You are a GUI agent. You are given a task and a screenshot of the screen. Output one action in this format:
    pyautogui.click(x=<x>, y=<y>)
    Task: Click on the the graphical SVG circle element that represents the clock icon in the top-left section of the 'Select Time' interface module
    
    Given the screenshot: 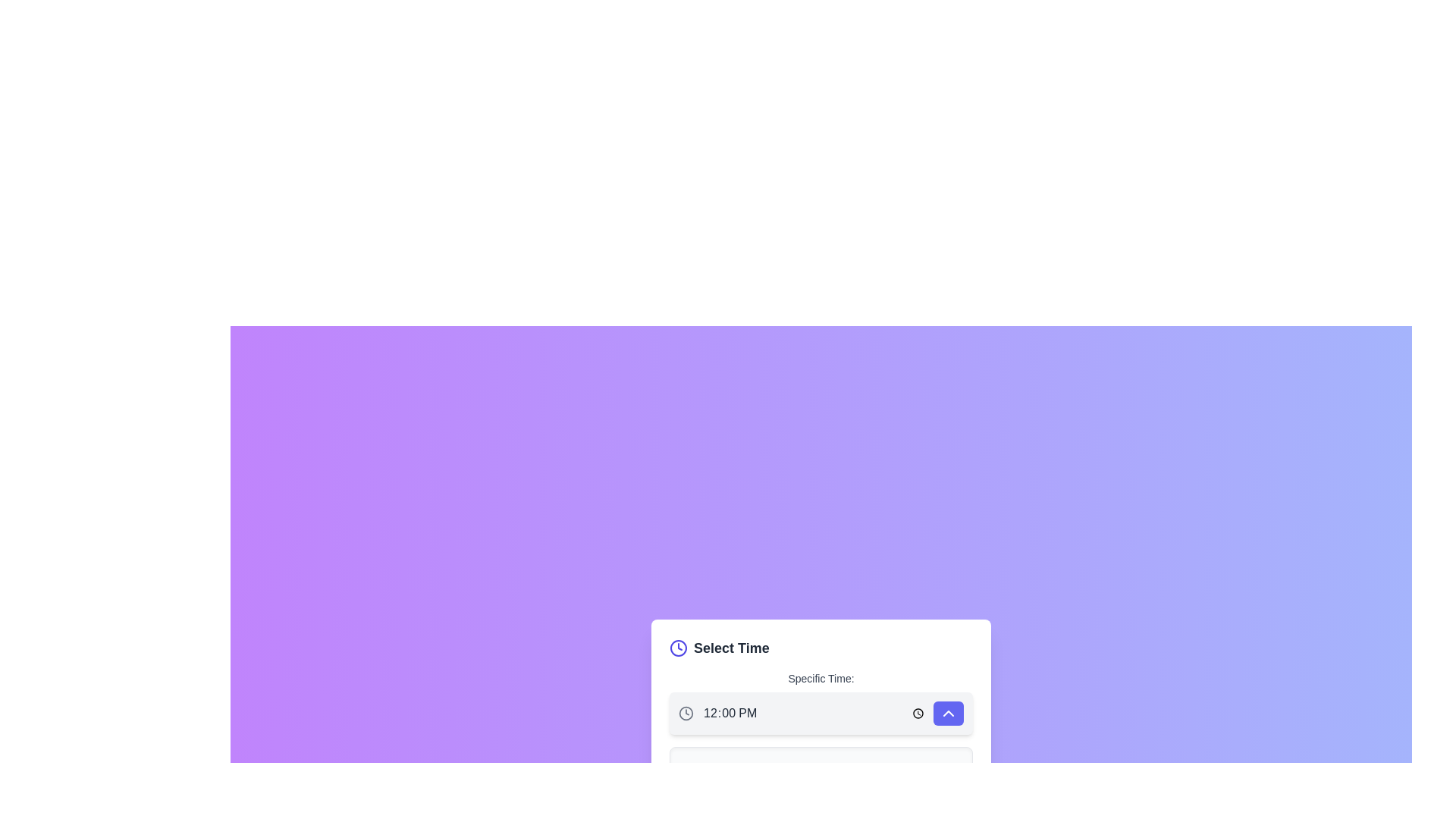 What is the action you would take?
    pyautogui.click(x=686, y=714)
    